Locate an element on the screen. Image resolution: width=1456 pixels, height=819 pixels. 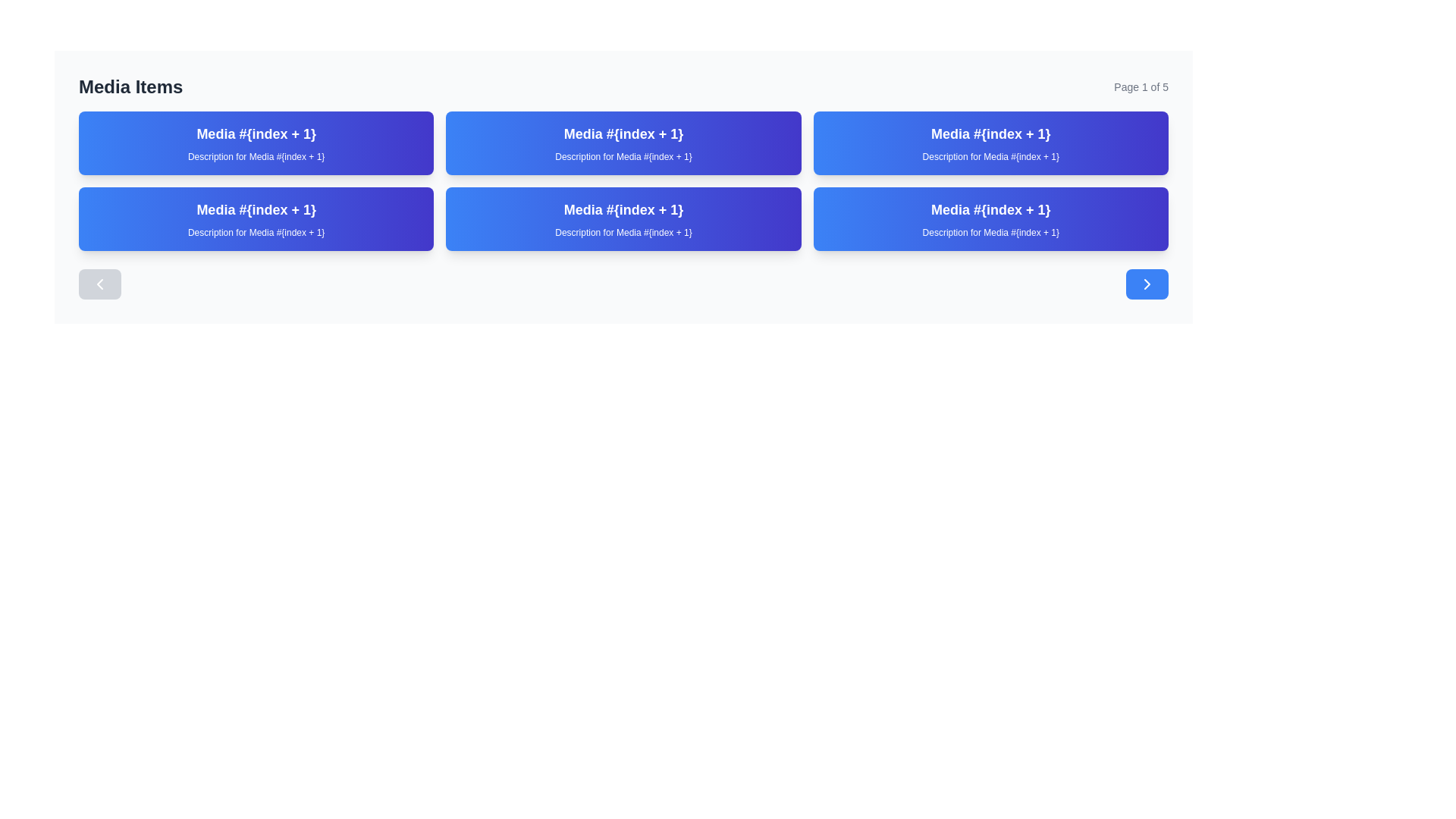
the third information card in the first row, which features a gradient background from blue to indigo and contains white text is located at coordinates (990, 143).